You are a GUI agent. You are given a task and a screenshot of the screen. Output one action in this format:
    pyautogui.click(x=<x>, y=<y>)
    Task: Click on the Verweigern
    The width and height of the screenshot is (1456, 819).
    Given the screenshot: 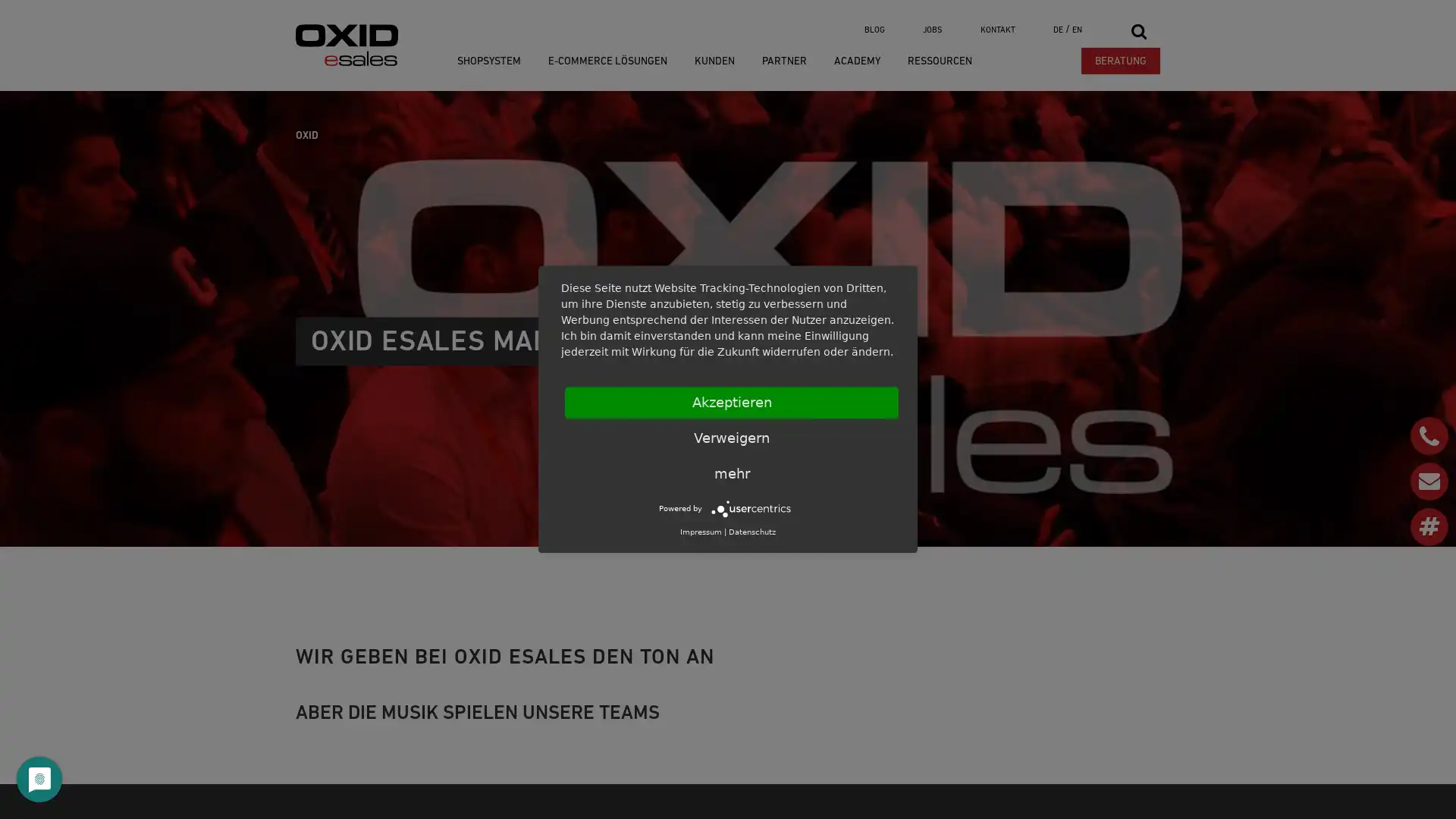 What is the action you would take?
    pyautogui.click(x=731, y=438)
    